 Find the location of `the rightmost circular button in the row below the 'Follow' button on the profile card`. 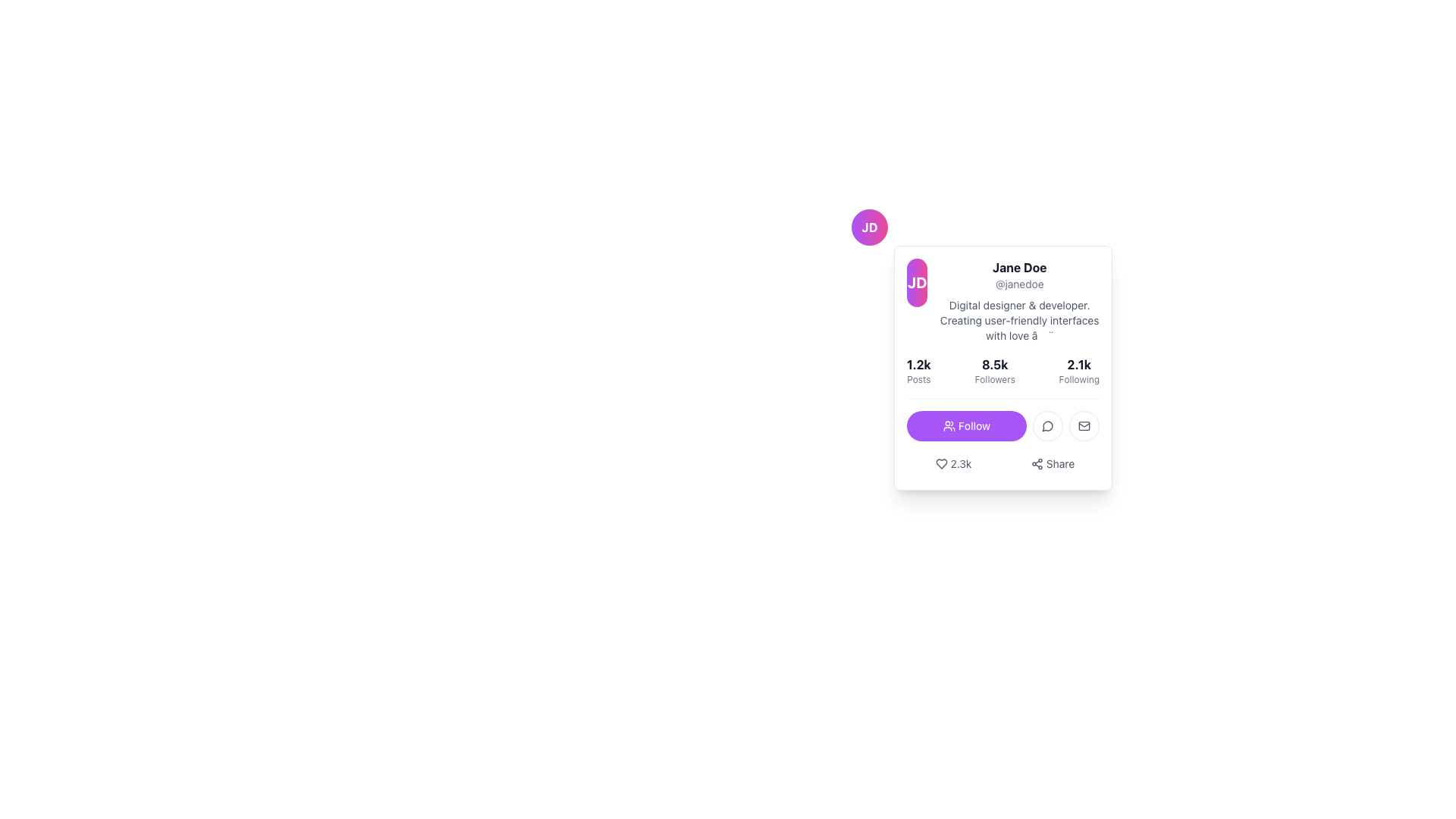

the rightmost circular button in the row below the 'Follow' button on the profile card is located at coordinates (1084, 426).